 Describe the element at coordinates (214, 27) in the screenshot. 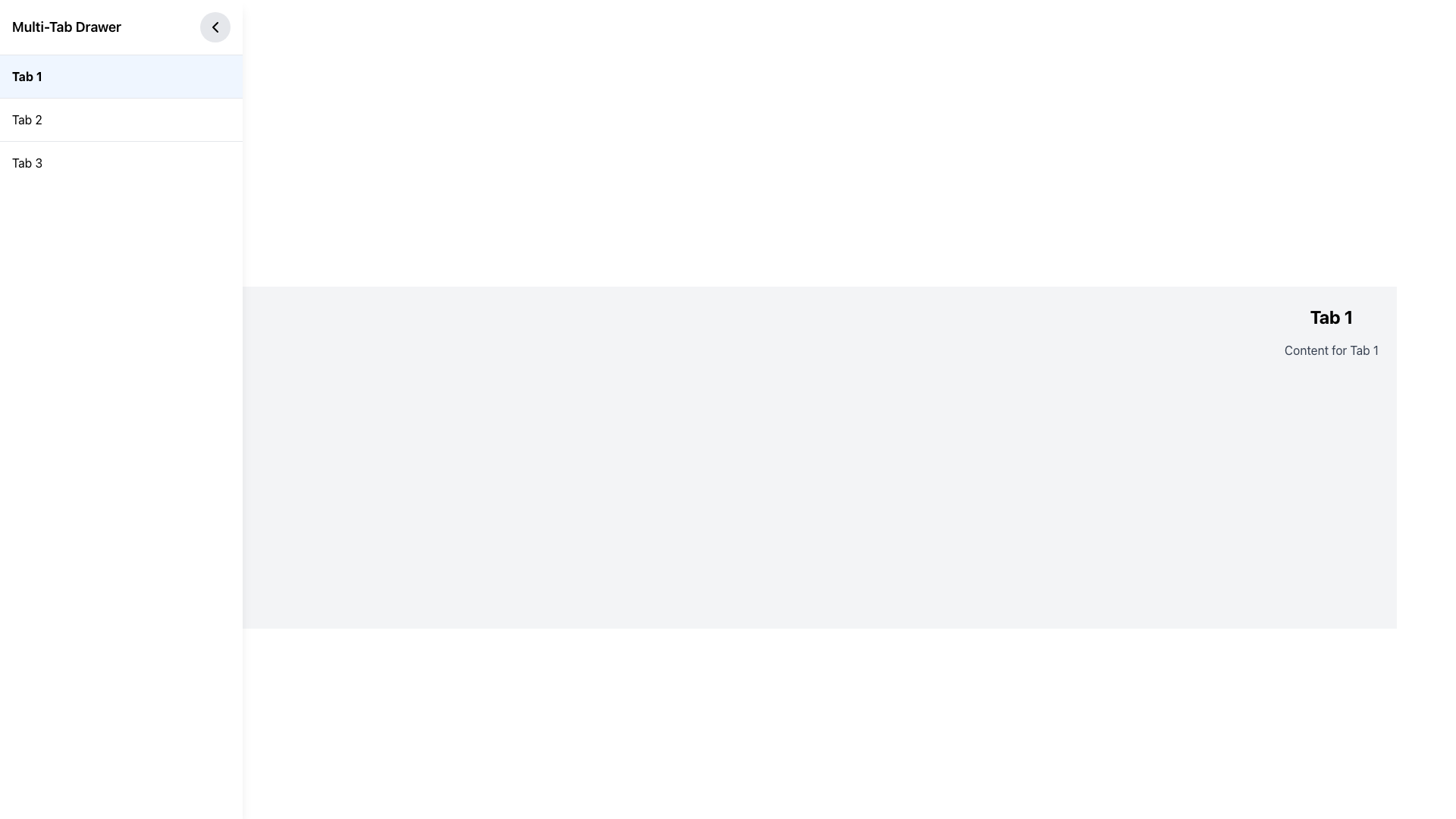

I see `the leftward navigation icon with a chevron, which is located near the top of the layout next to the 'Multi-Tab Drawer' label` at that location.